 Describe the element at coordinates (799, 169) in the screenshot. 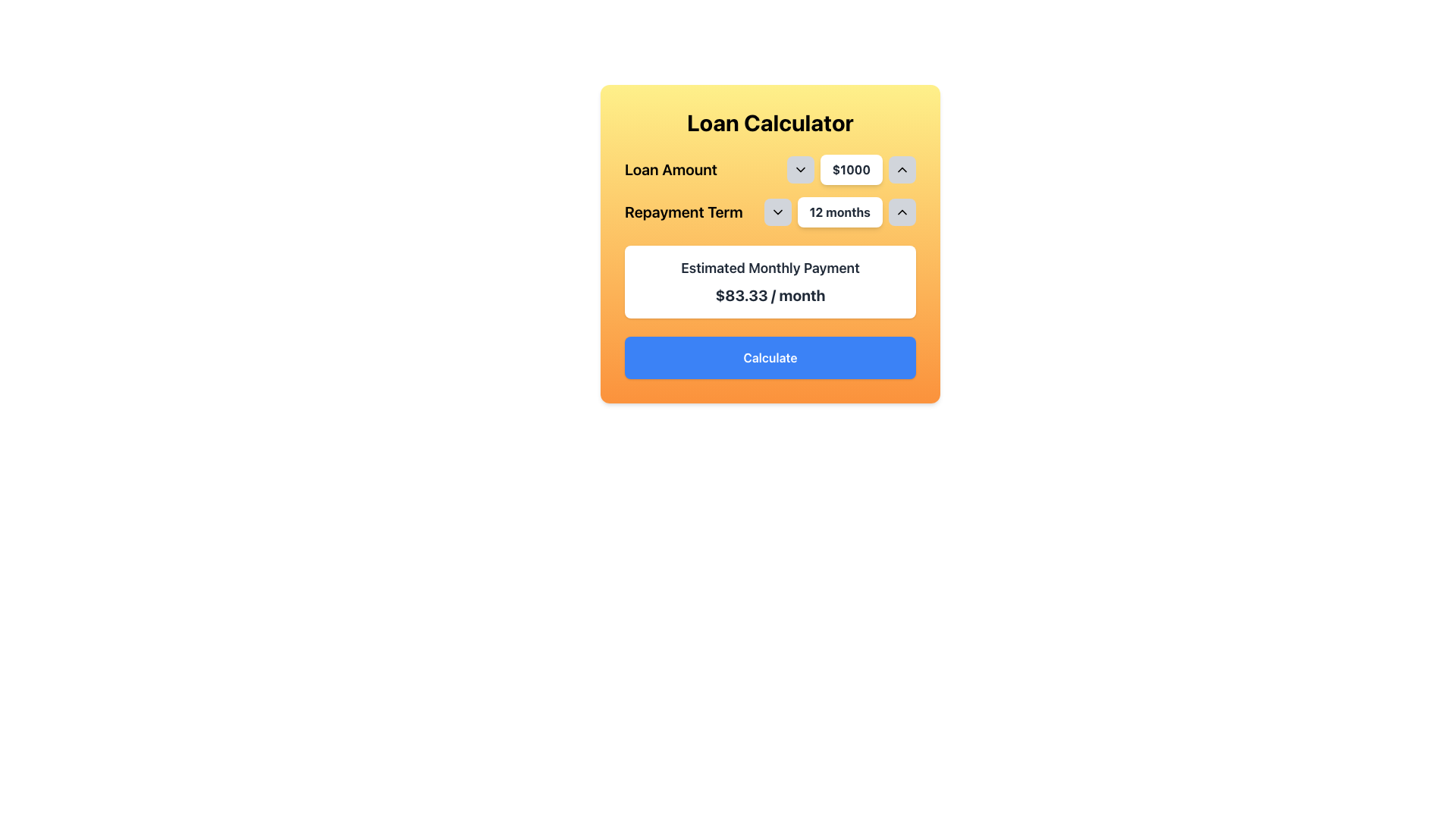

I see `the Dropdown Icon located in the 'Loan Amount' section` at that location.